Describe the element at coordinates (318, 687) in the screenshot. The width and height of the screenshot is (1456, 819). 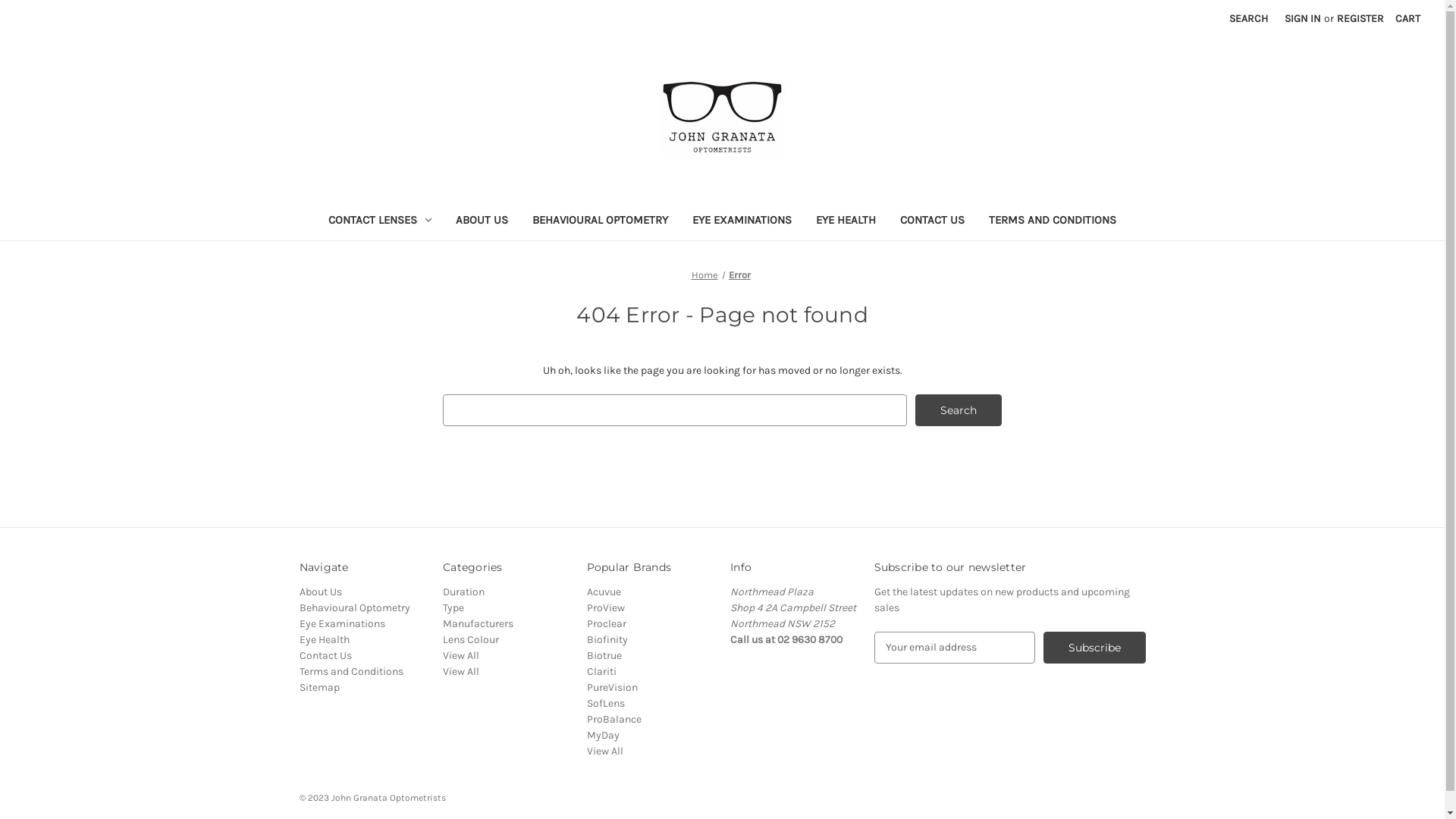
I see `'Sitemap'` at that location.